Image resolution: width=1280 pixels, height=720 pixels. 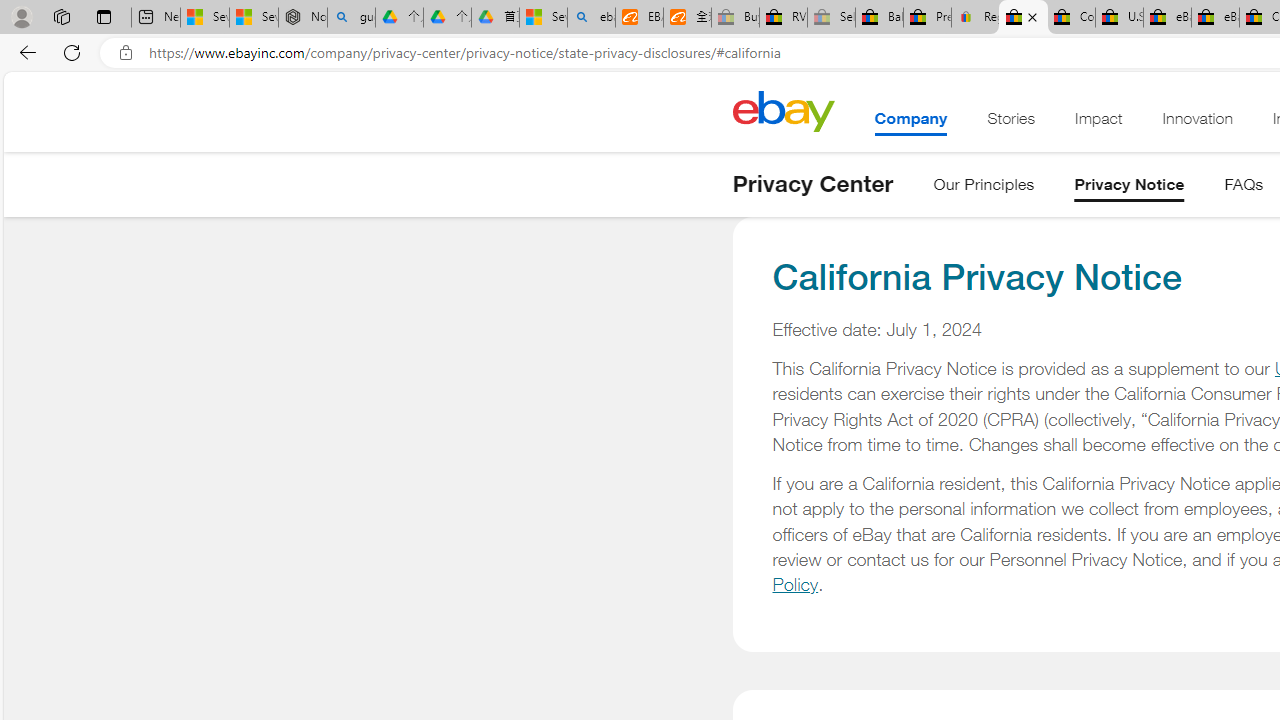 I want to click on 'Baby Keepsakes & Announcements for sale | eBay', so click(x=879, y=17).